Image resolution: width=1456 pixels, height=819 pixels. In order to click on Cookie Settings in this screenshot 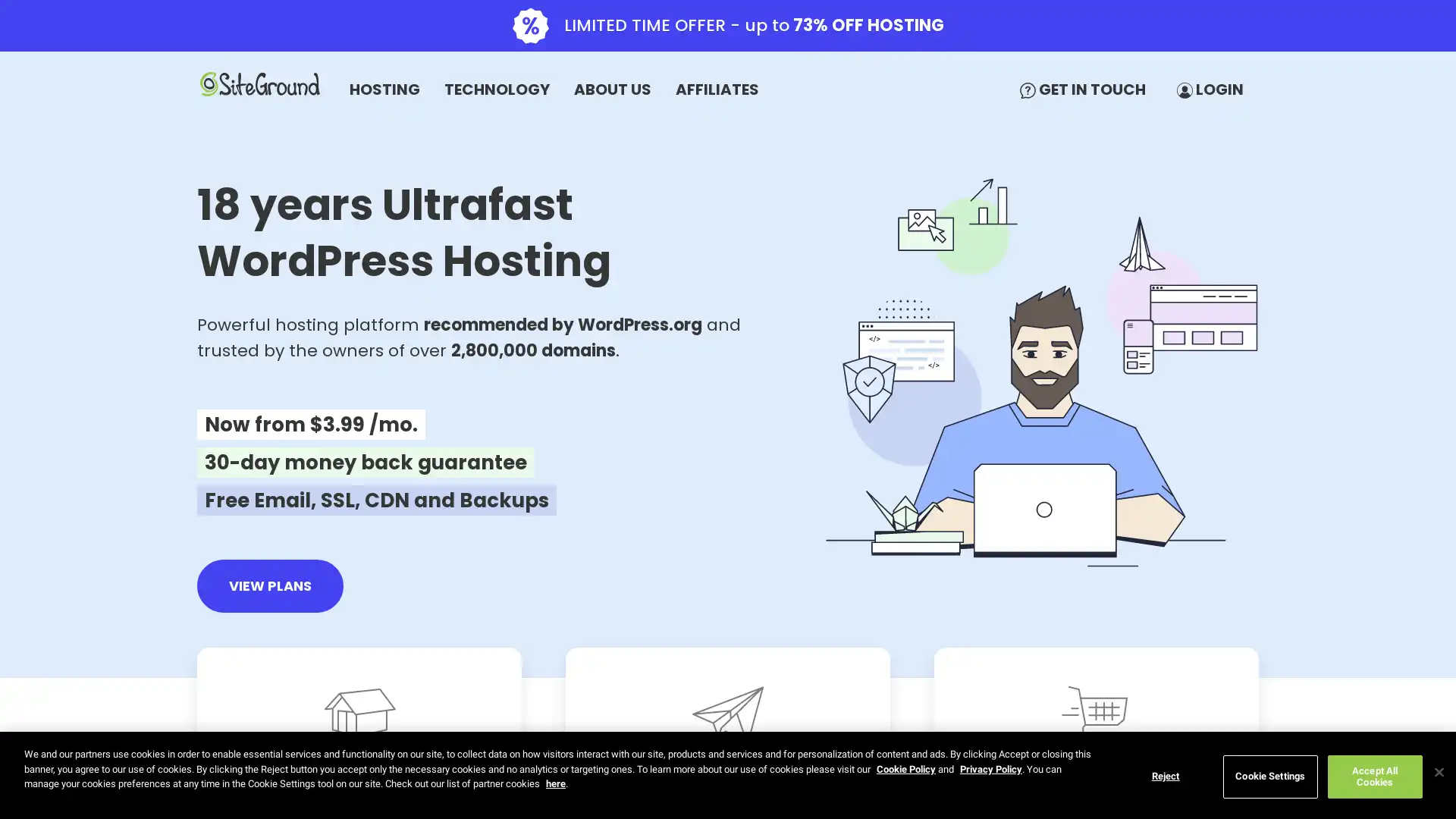, I will do `click(1269, 776)`.